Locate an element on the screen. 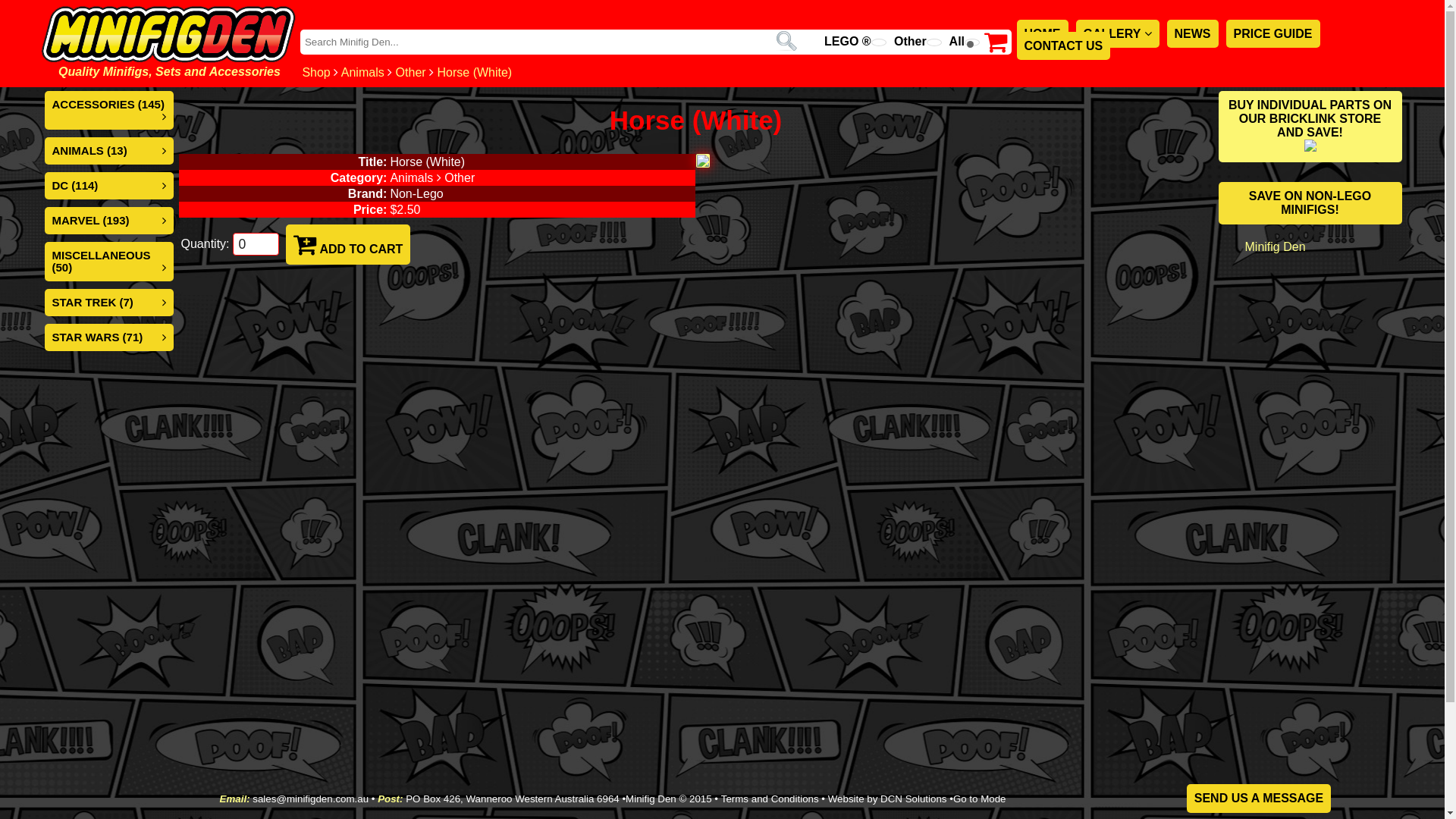  'ACCESSORIES (145)' is located at coordinates (107, 103).